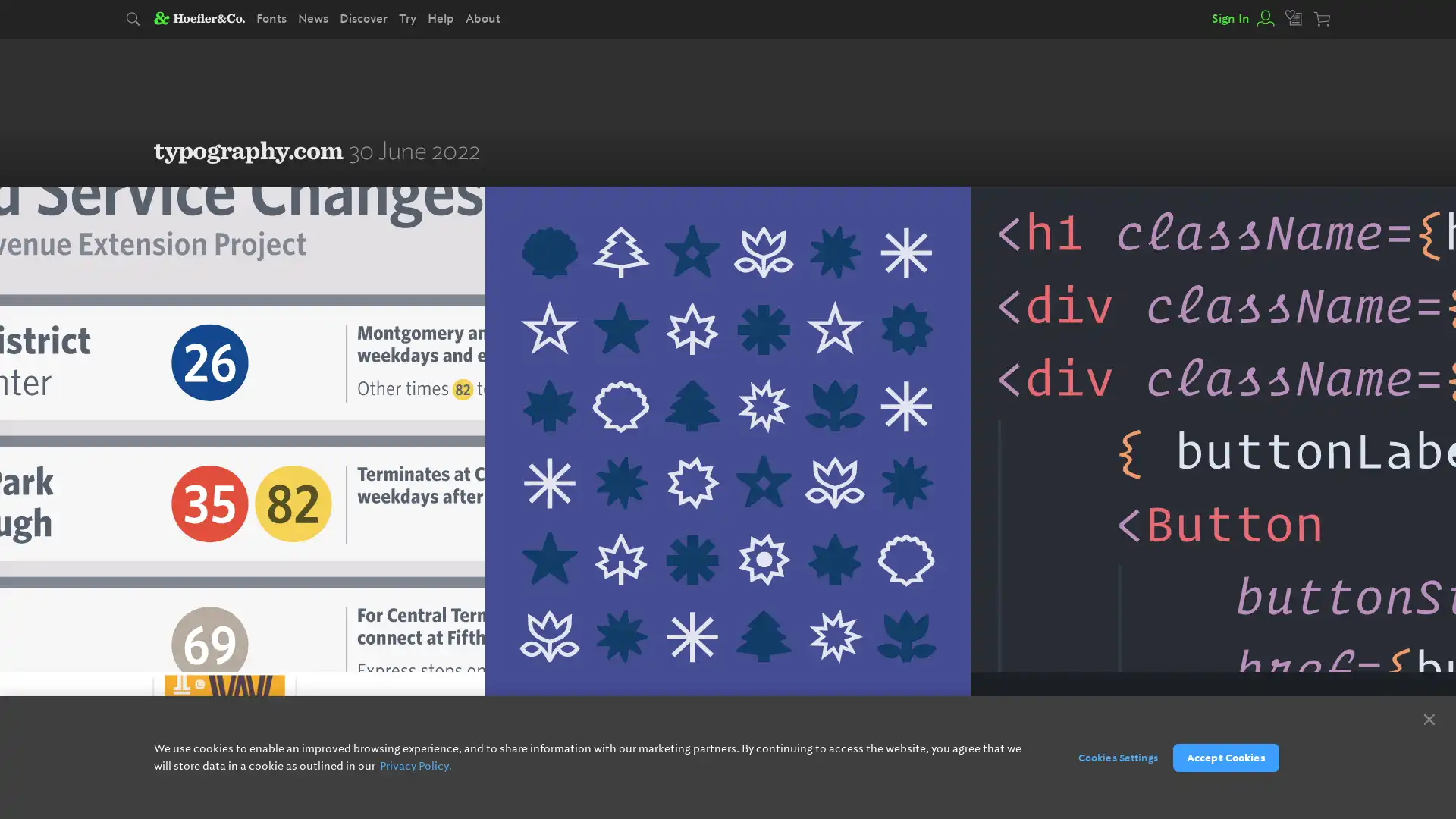  What do you see at coordinates (803, 756) in the screenshot?
I see `Be the first to hear about new fonts!` at bounding box center [803, 756].